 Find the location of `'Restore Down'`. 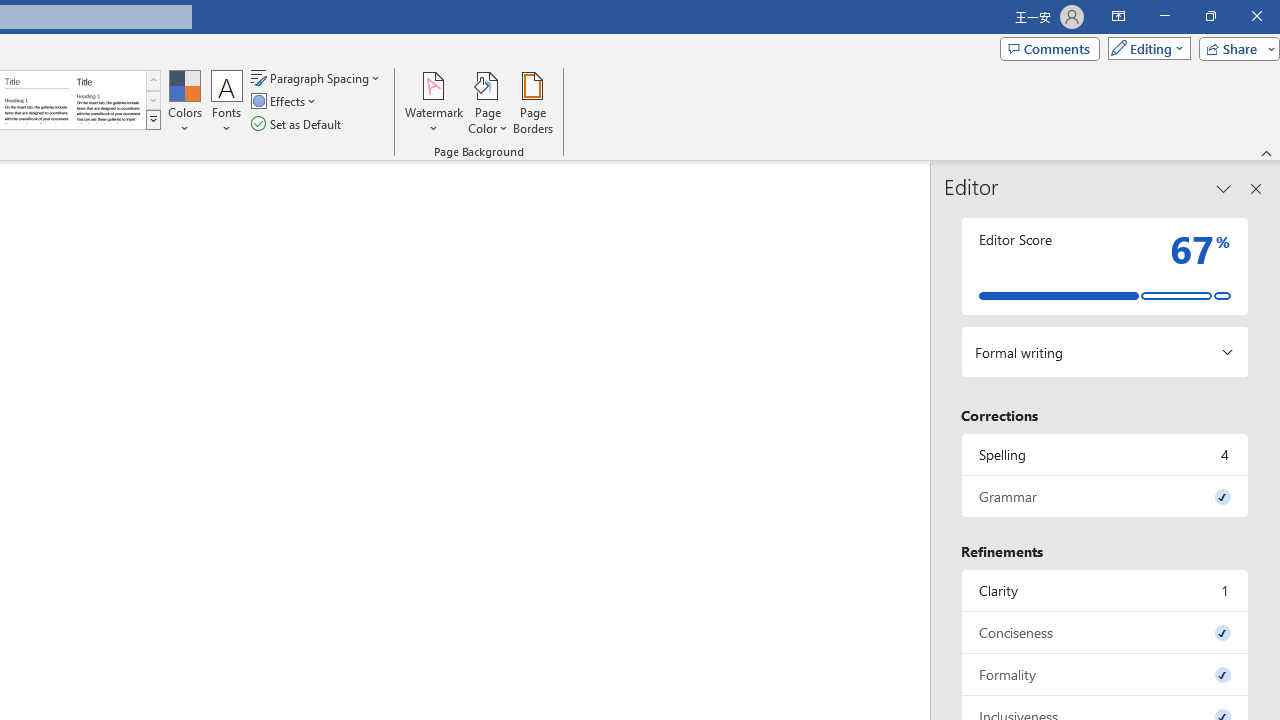

'Restore Down' is located at coordinates (1209, 16).